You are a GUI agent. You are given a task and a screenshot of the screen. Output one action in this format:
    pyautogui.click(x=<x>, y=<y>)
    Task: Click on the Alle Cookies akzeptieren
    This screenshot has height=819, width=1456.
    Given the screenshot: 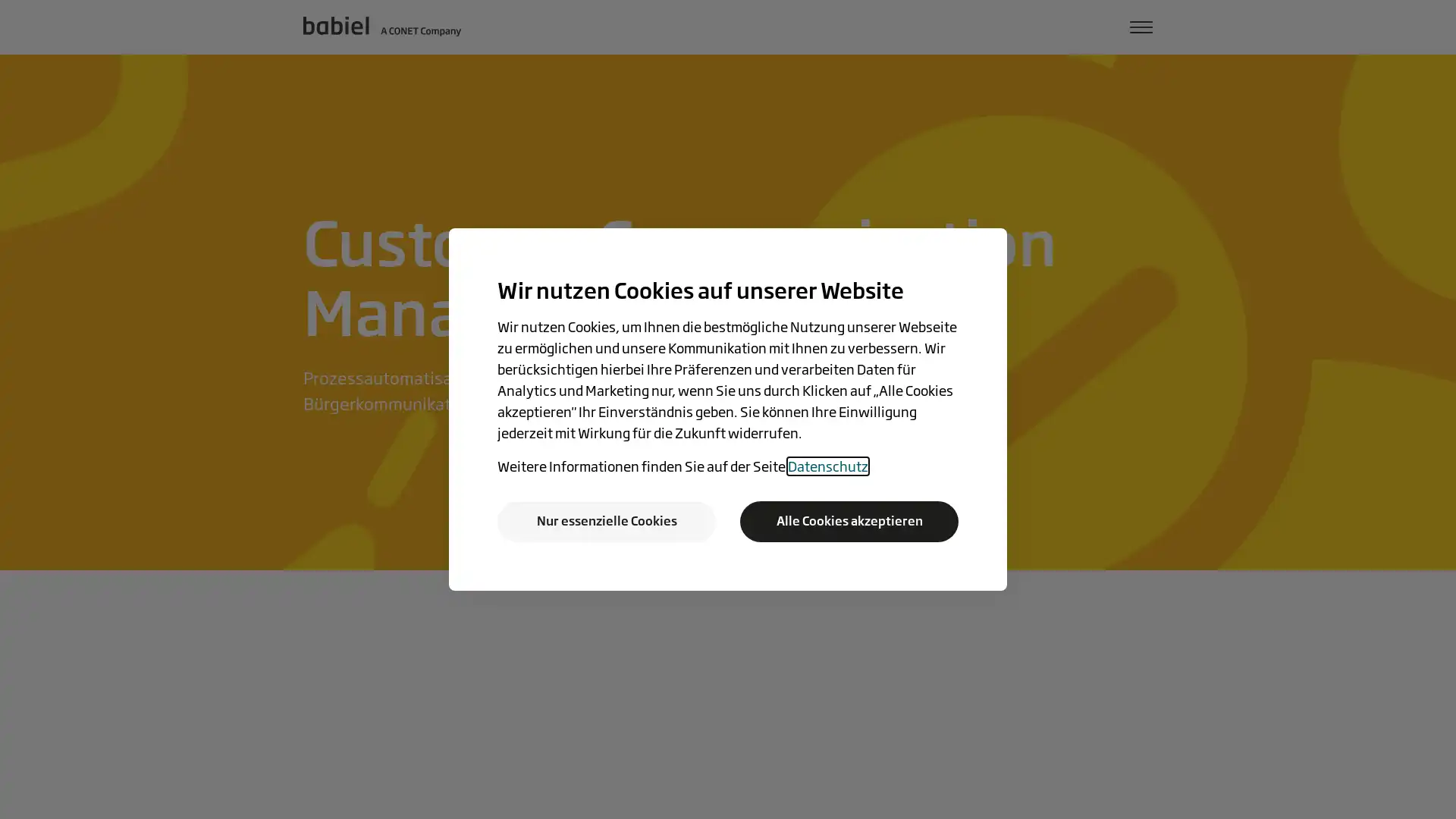 What is the action you would take?
    pyautogui.click(x=848, y=520)
    